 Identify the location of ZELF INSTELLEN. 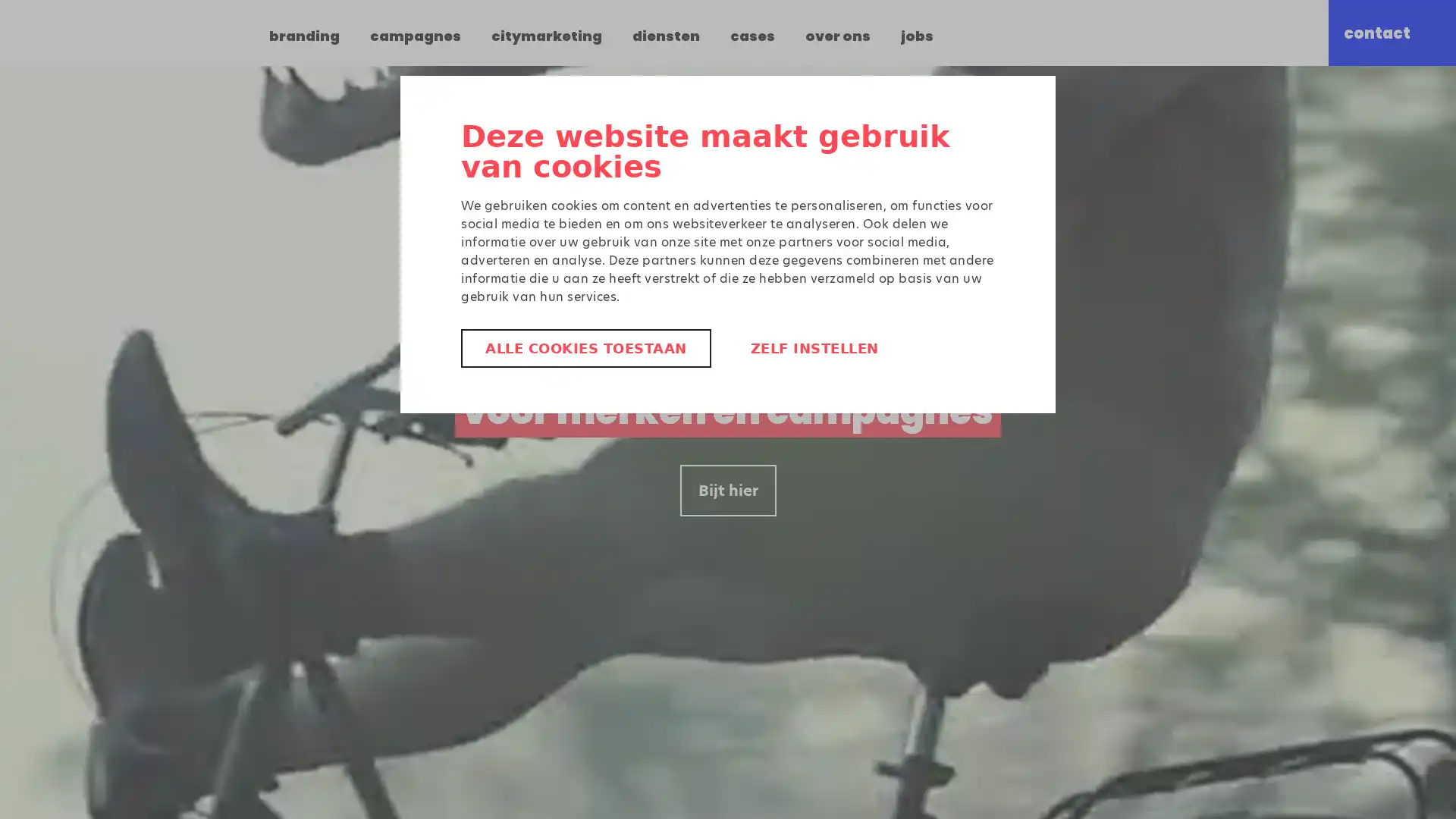
(813, 348).